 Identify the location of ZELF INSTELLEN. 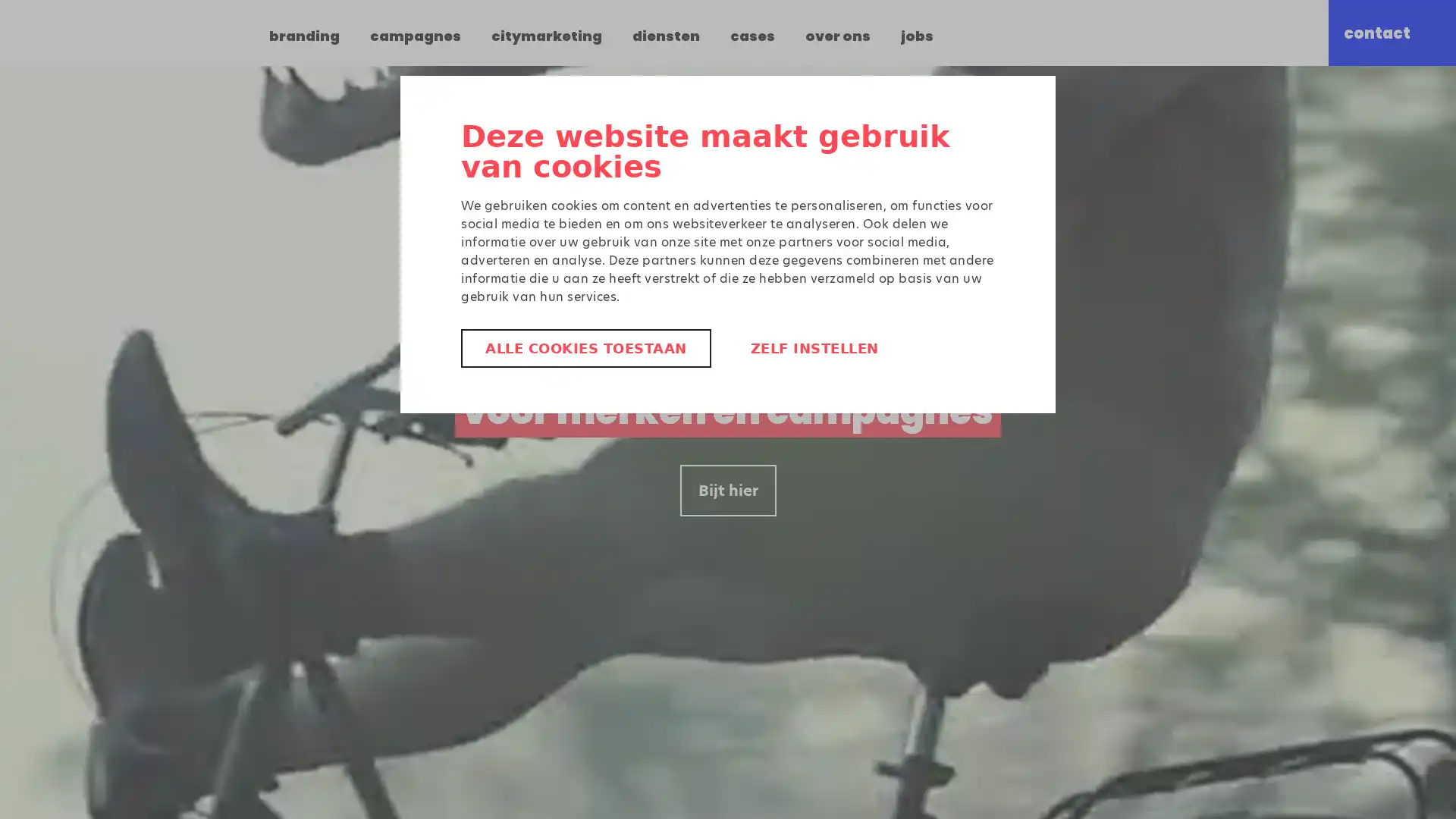
(813, 348).